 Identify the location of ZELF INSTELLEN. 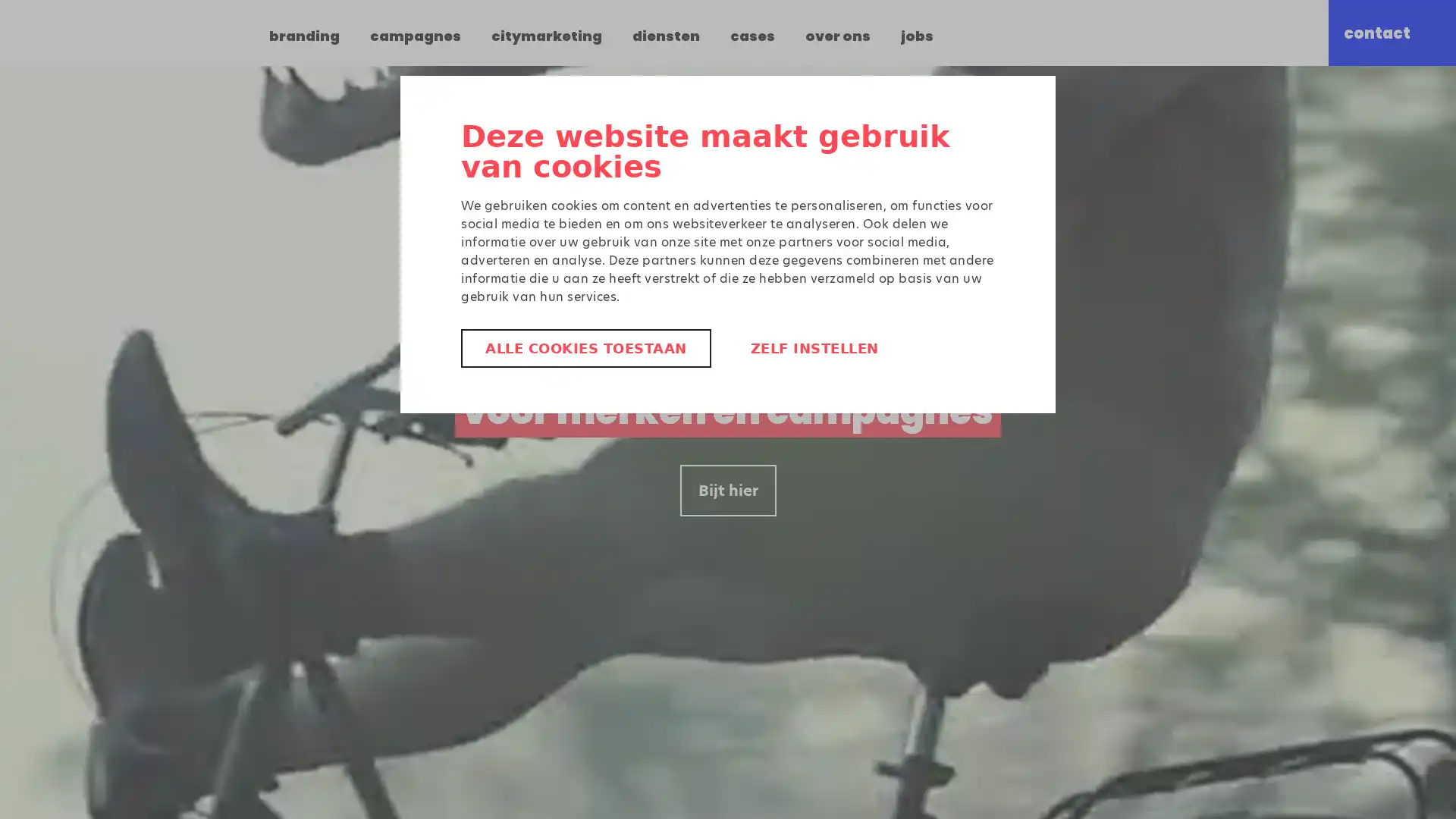
(813, 348).